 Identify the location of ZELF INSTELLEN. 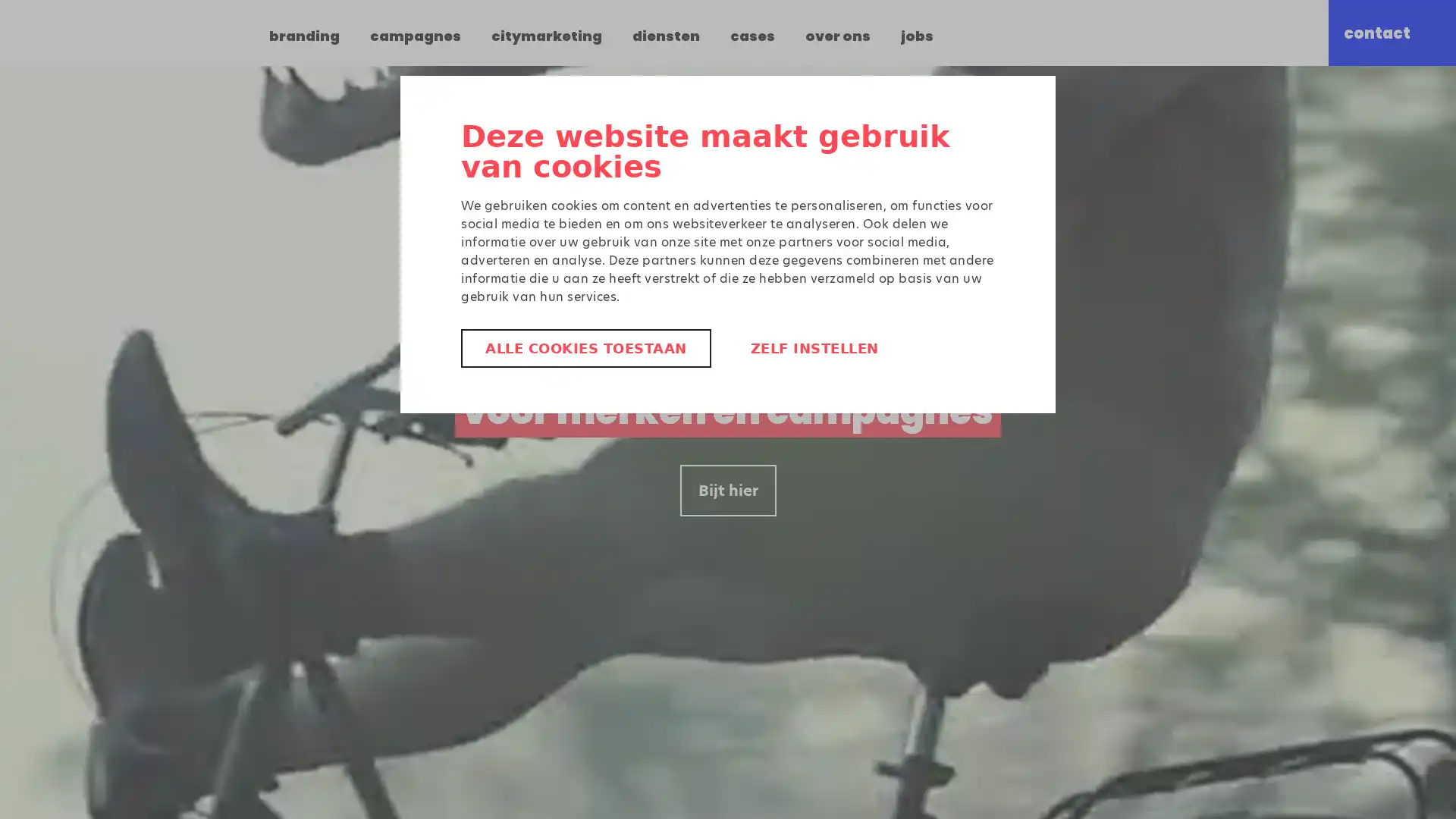
(813, 348).